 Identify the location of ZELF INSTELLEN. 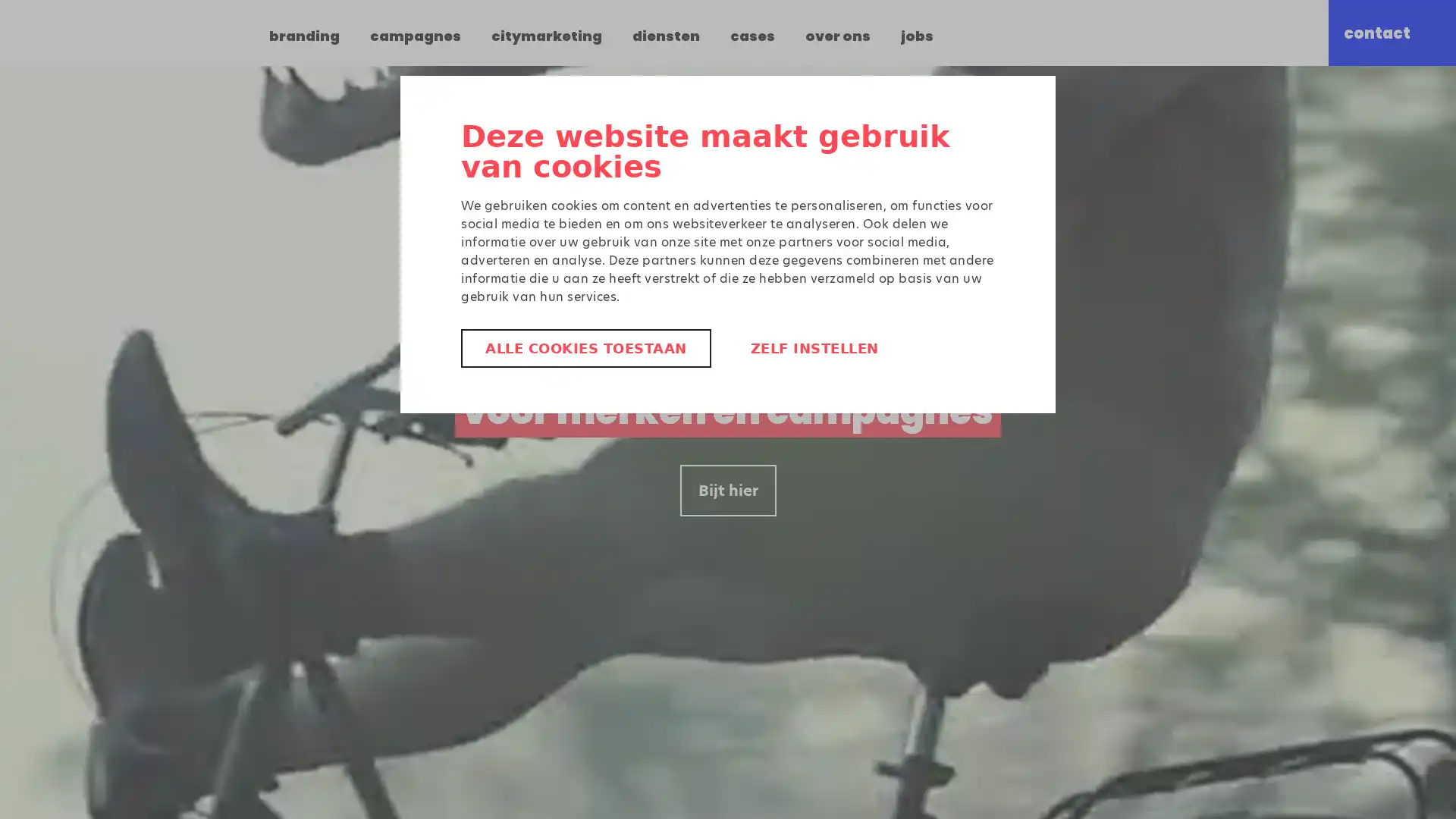
(813, 348).